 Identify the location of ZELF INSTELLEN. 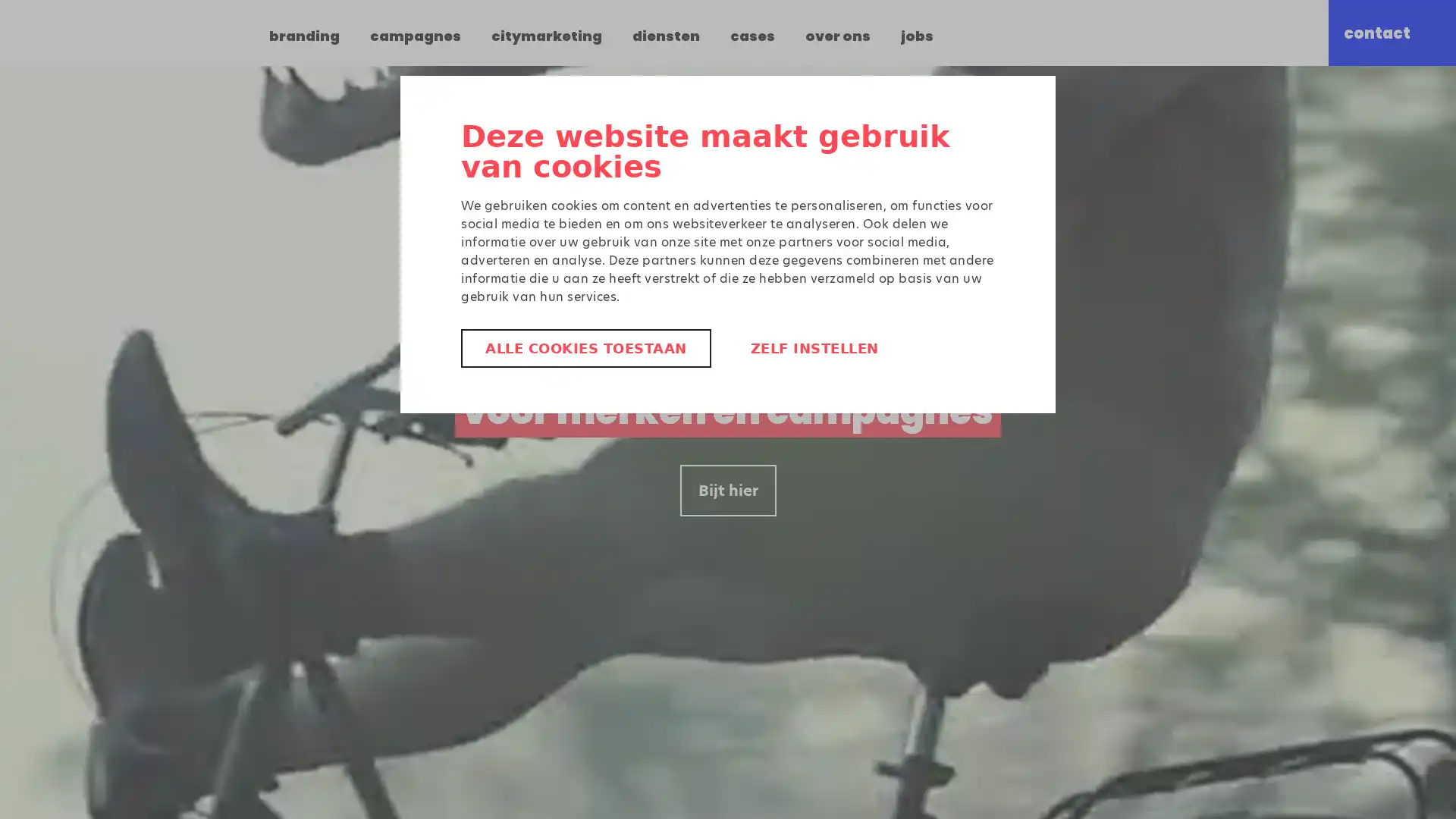
(813, 348).